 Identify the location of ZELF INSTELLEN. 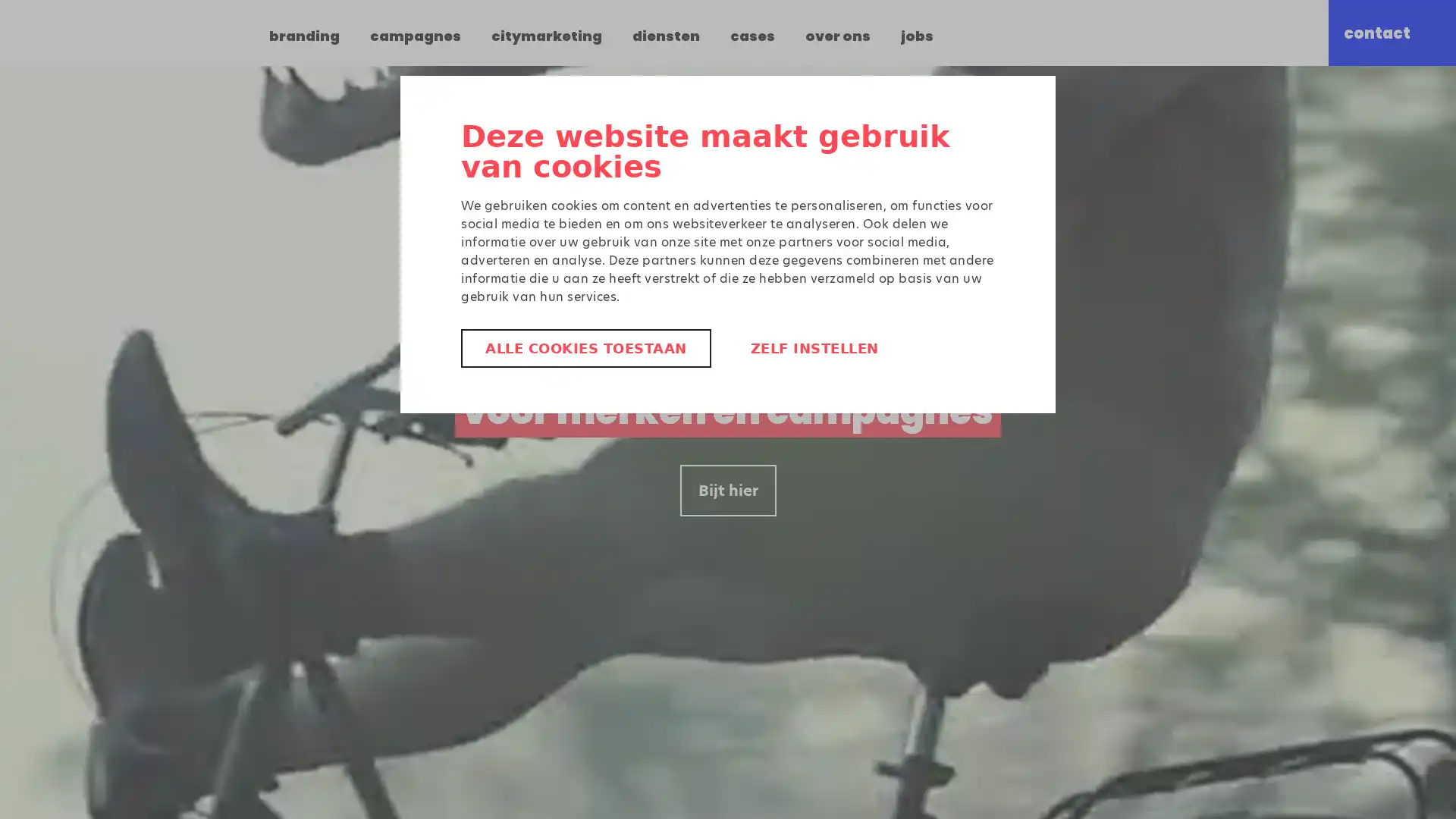
(813, 348).